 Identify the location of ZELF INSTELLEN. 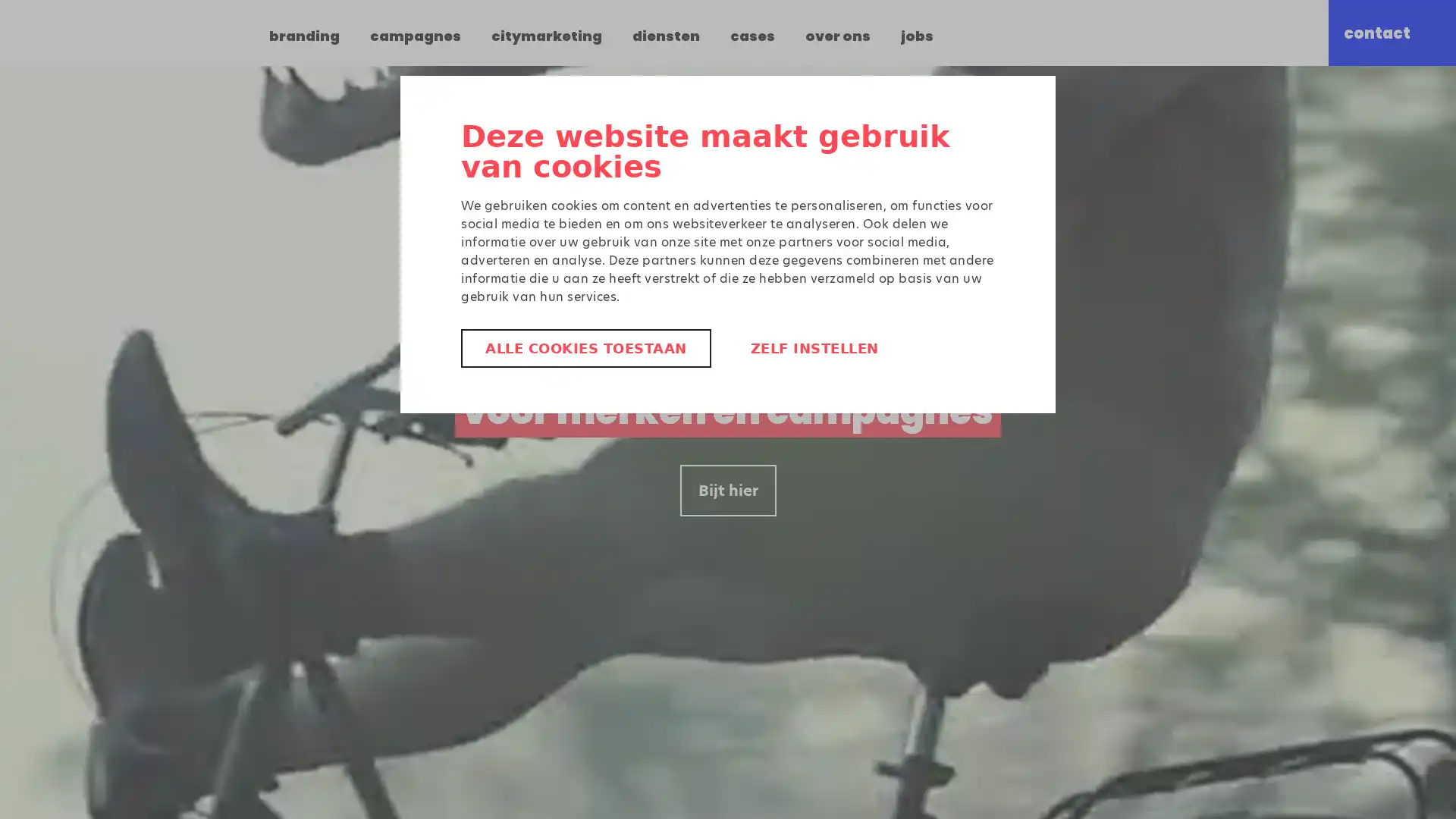
(813, 348).